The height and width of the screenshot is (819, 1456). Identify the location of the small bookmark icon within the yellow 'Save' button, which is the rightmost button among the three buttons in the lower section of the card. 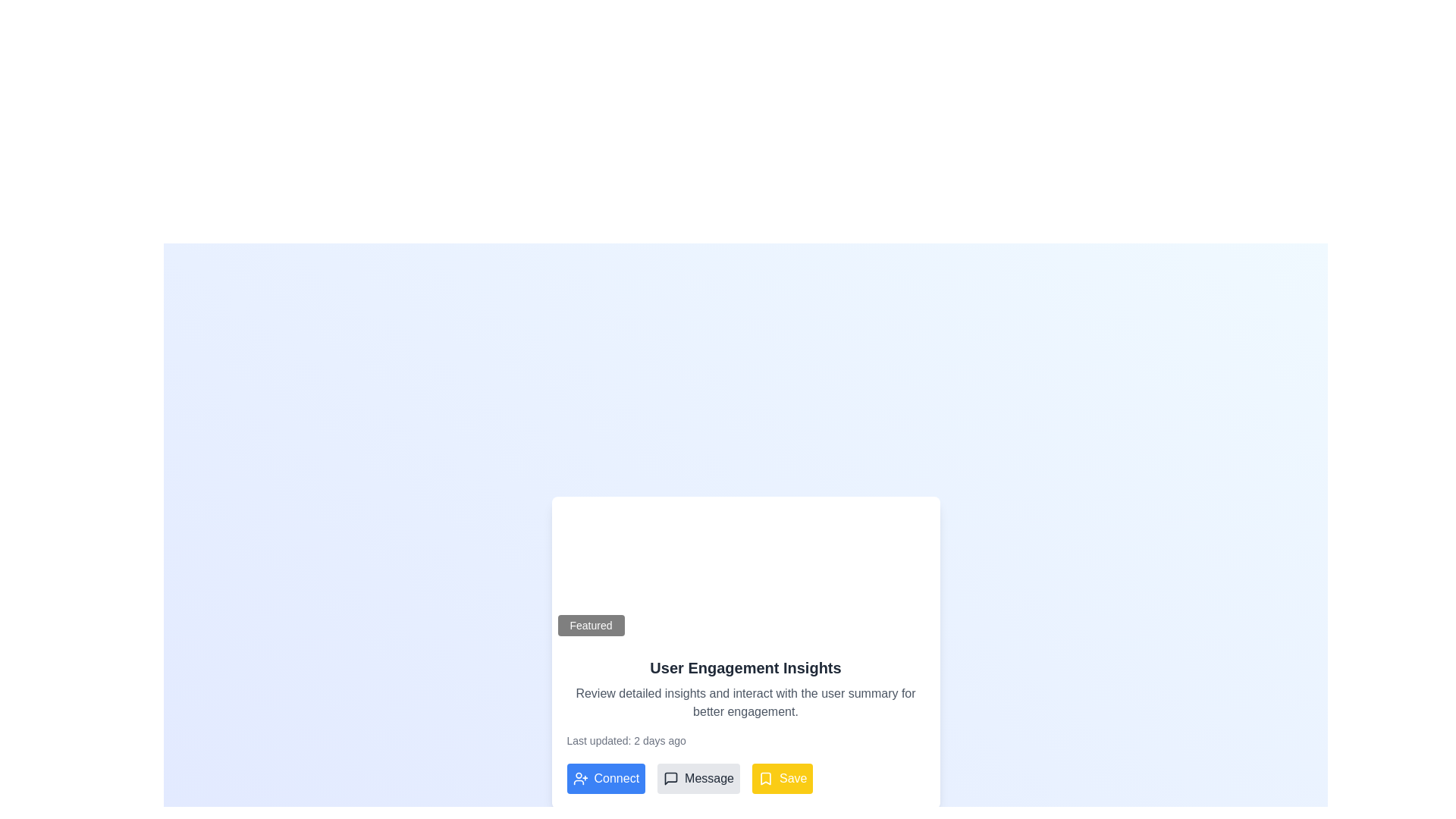
(766, 778).